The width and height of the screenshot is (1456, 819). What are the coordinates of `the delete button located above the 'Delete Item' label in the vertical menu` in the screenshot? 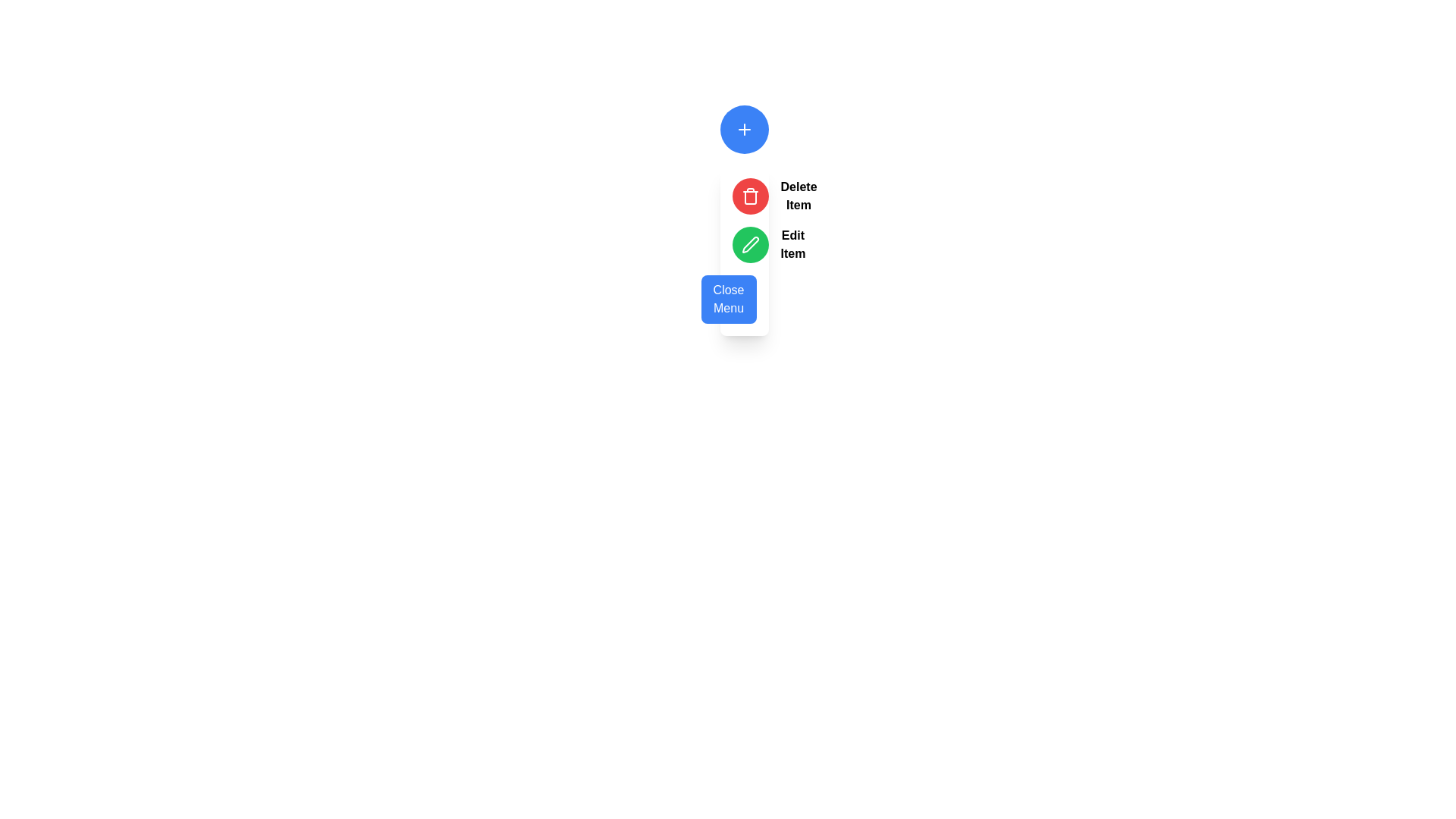 It's located at (750, 195).